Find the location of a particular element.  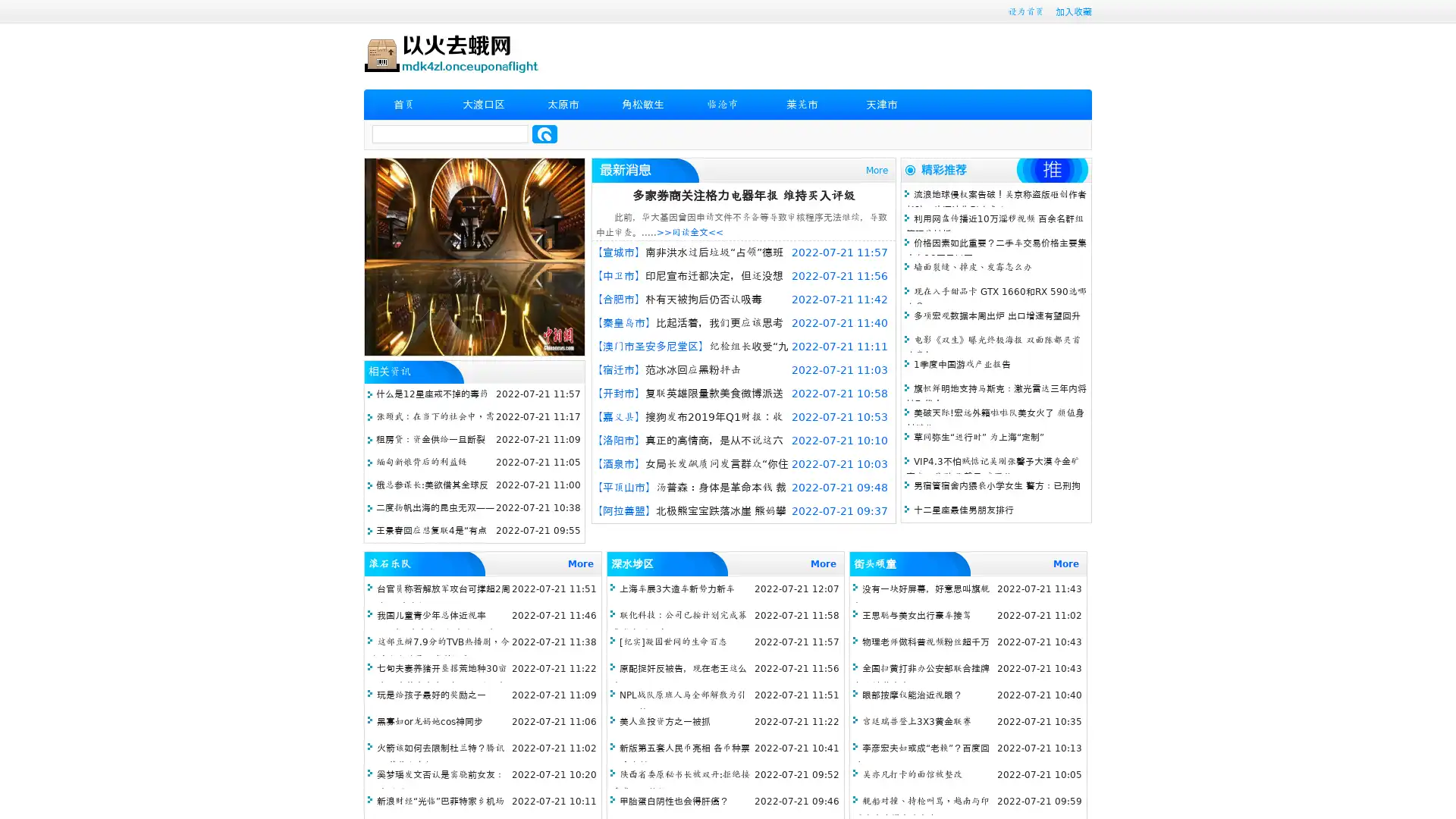

Search is located at coordinates (544, 133).